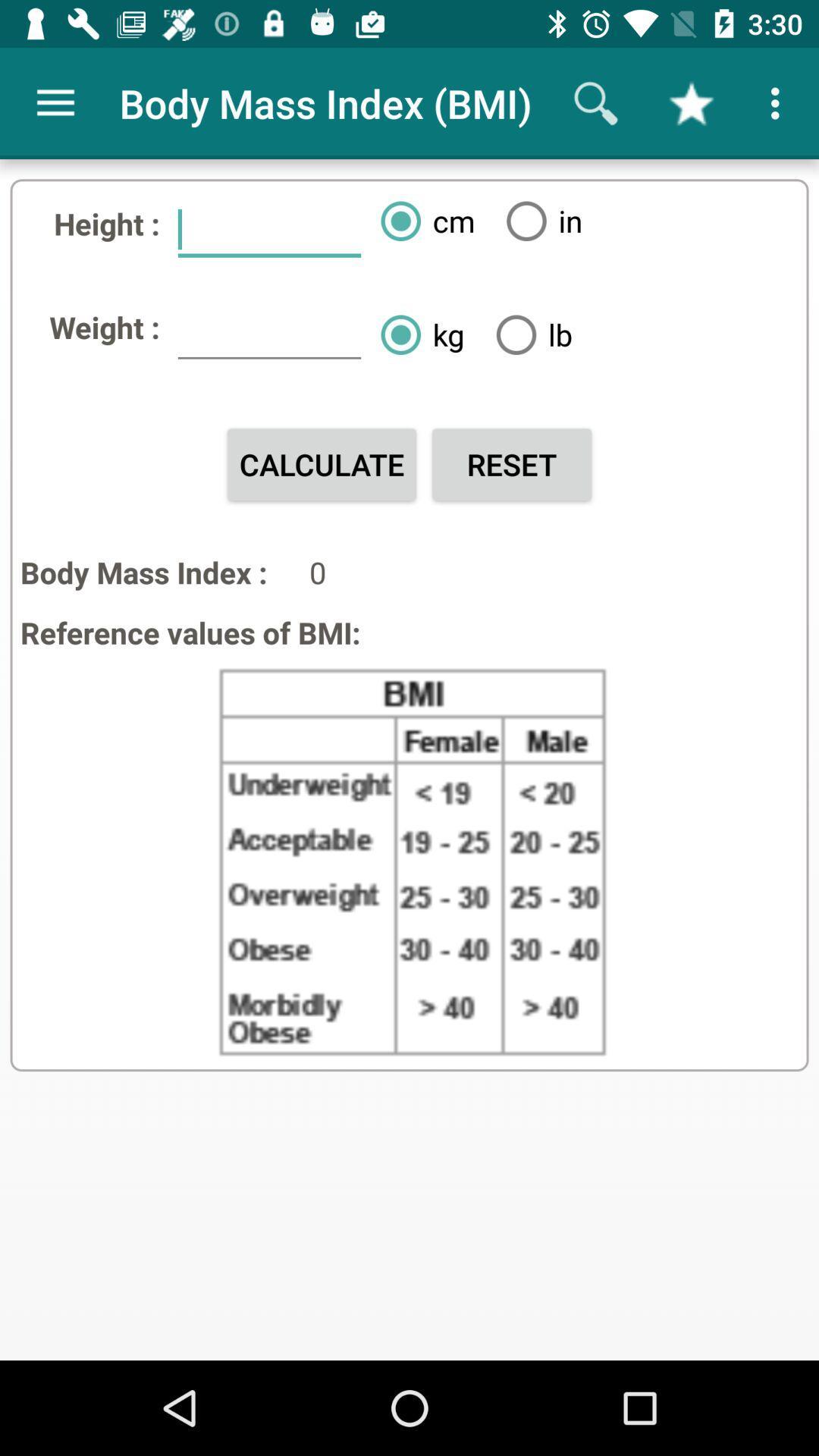 The height and width of the screenshot is (1456, 819). I want to click on the icon next to the in icon, so click(422, 220).